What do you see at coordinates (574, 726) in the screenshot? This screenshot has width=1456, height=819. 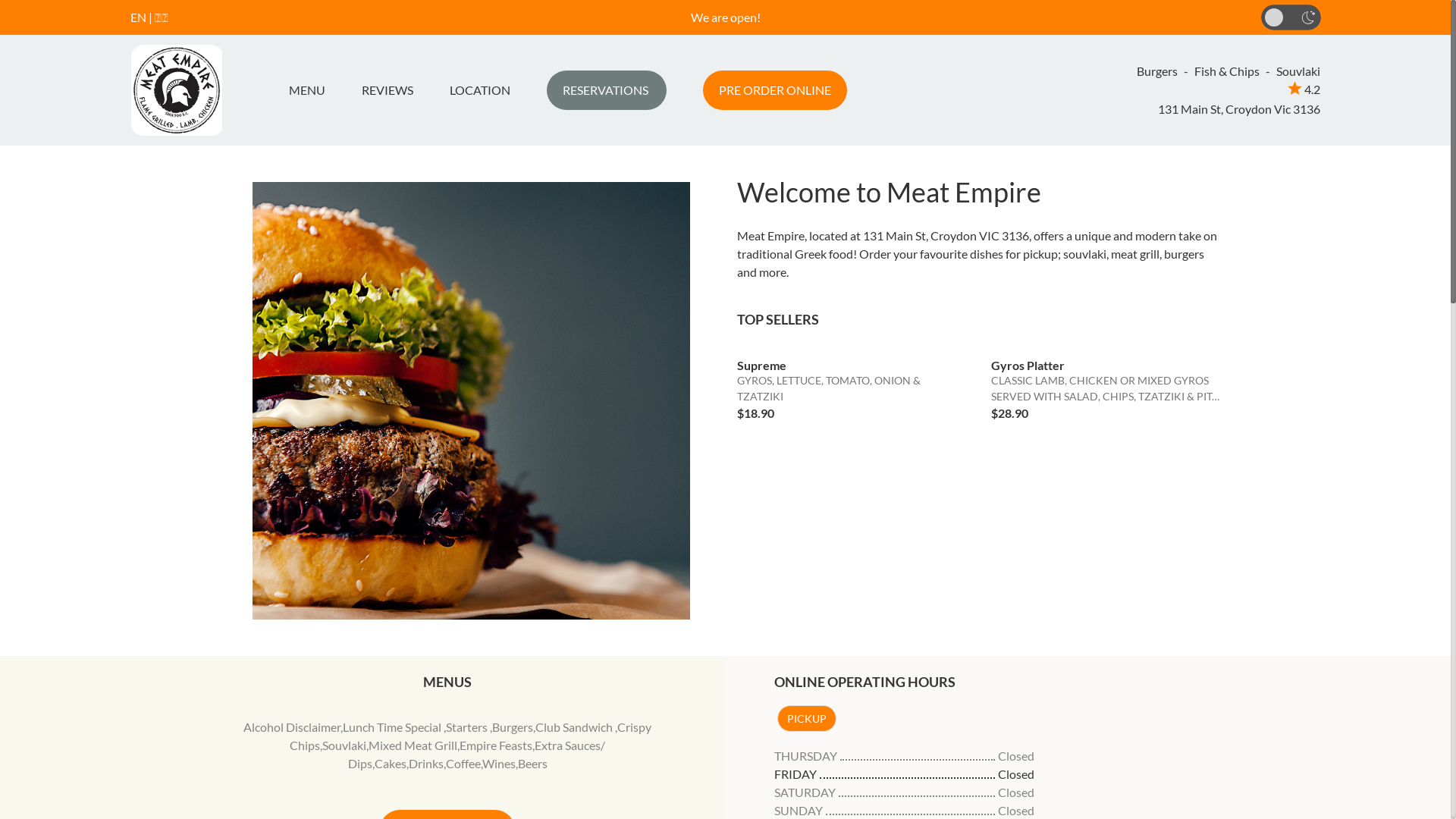 I see `'Club Sandwich'` at bounding box center [574, 726].